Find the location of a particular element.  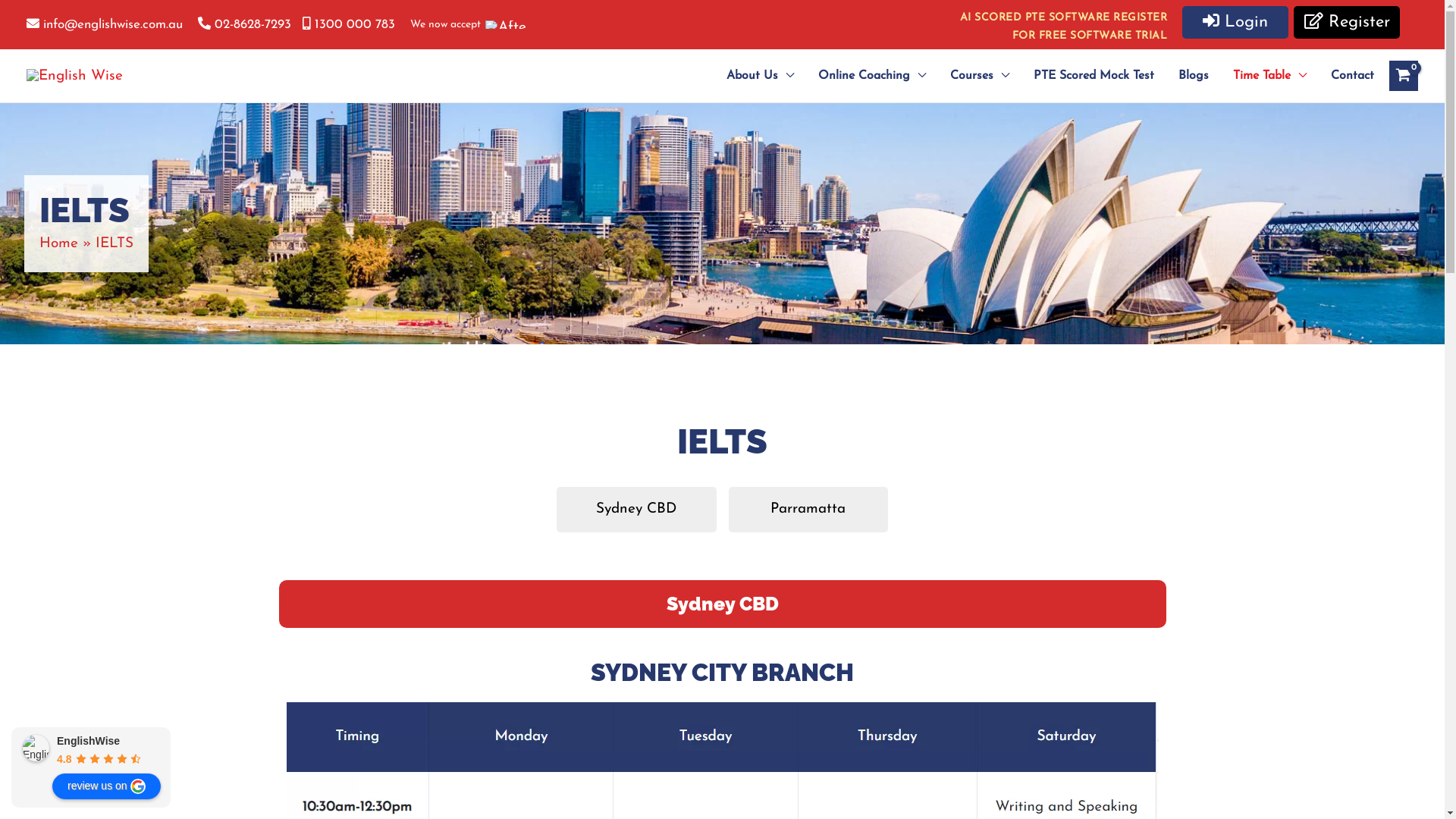

'About Us' is located at coordinates (760, 76).